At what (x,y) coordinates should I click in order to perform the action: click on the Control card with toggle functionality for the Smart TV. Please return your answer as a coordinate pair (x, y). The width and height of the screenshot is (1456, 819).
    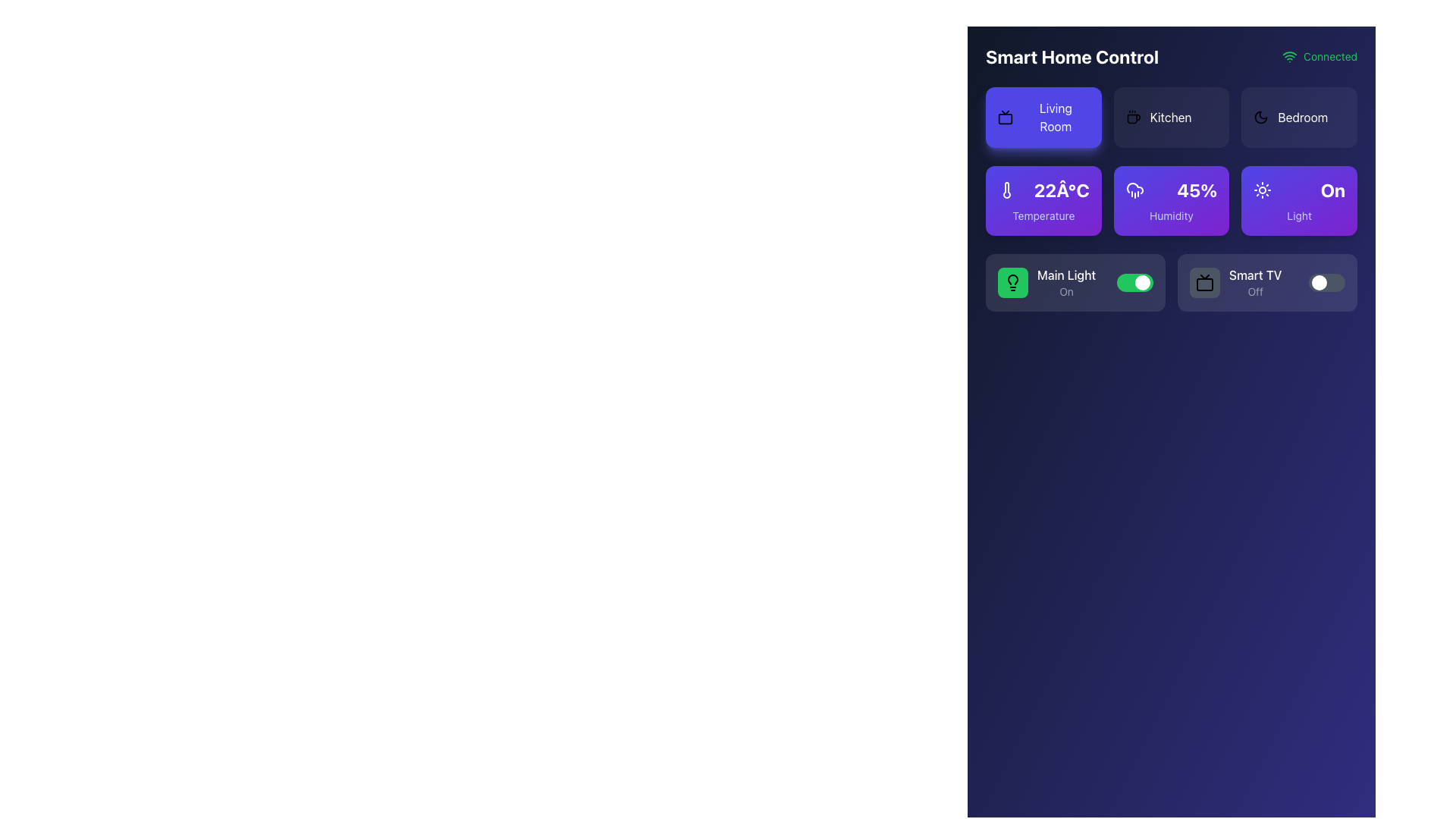
    Looking at the image, I should click on (1267, 283).